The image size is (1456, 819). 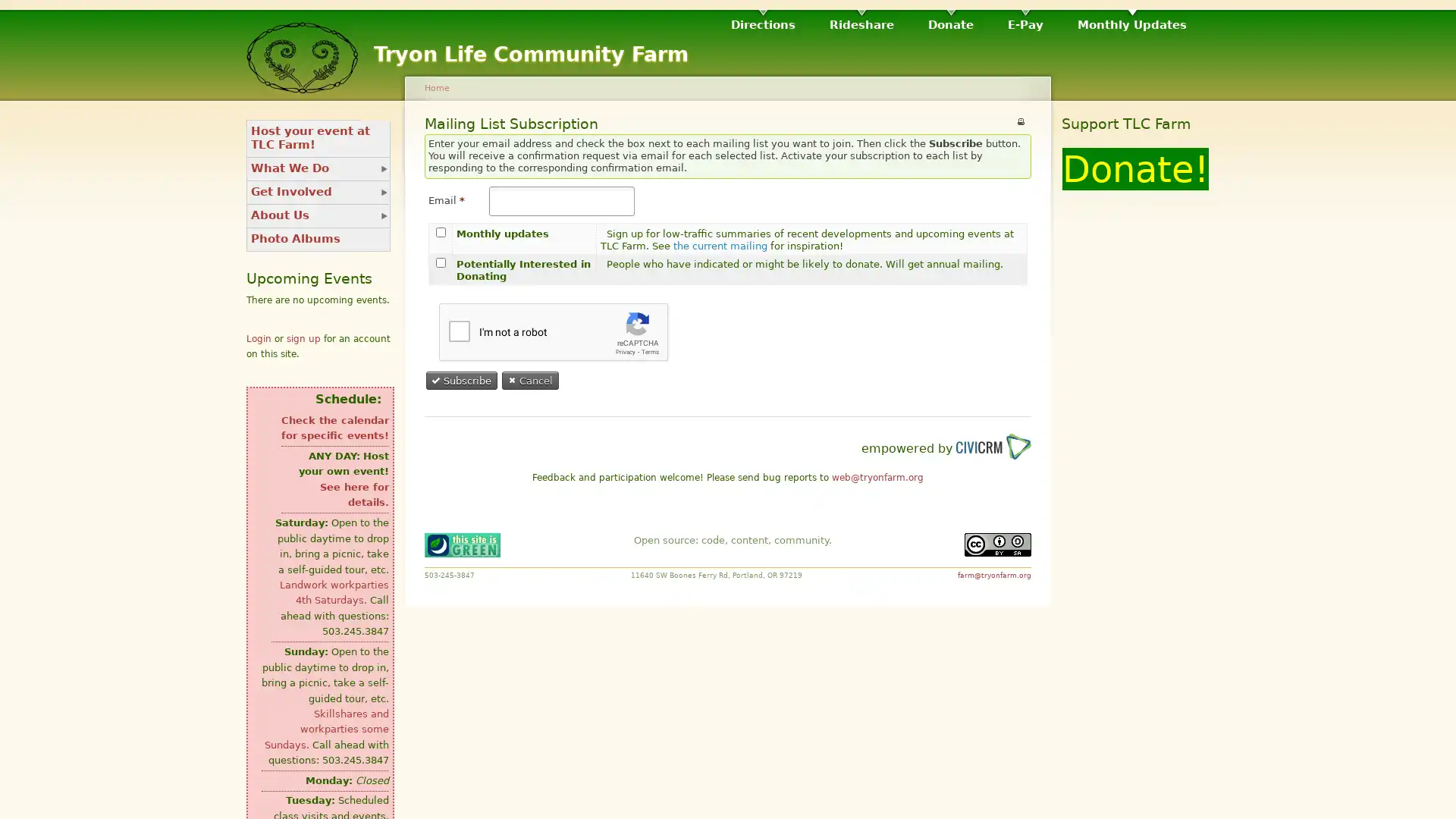 I want to click on Cancel, so click(x=531, y=379).